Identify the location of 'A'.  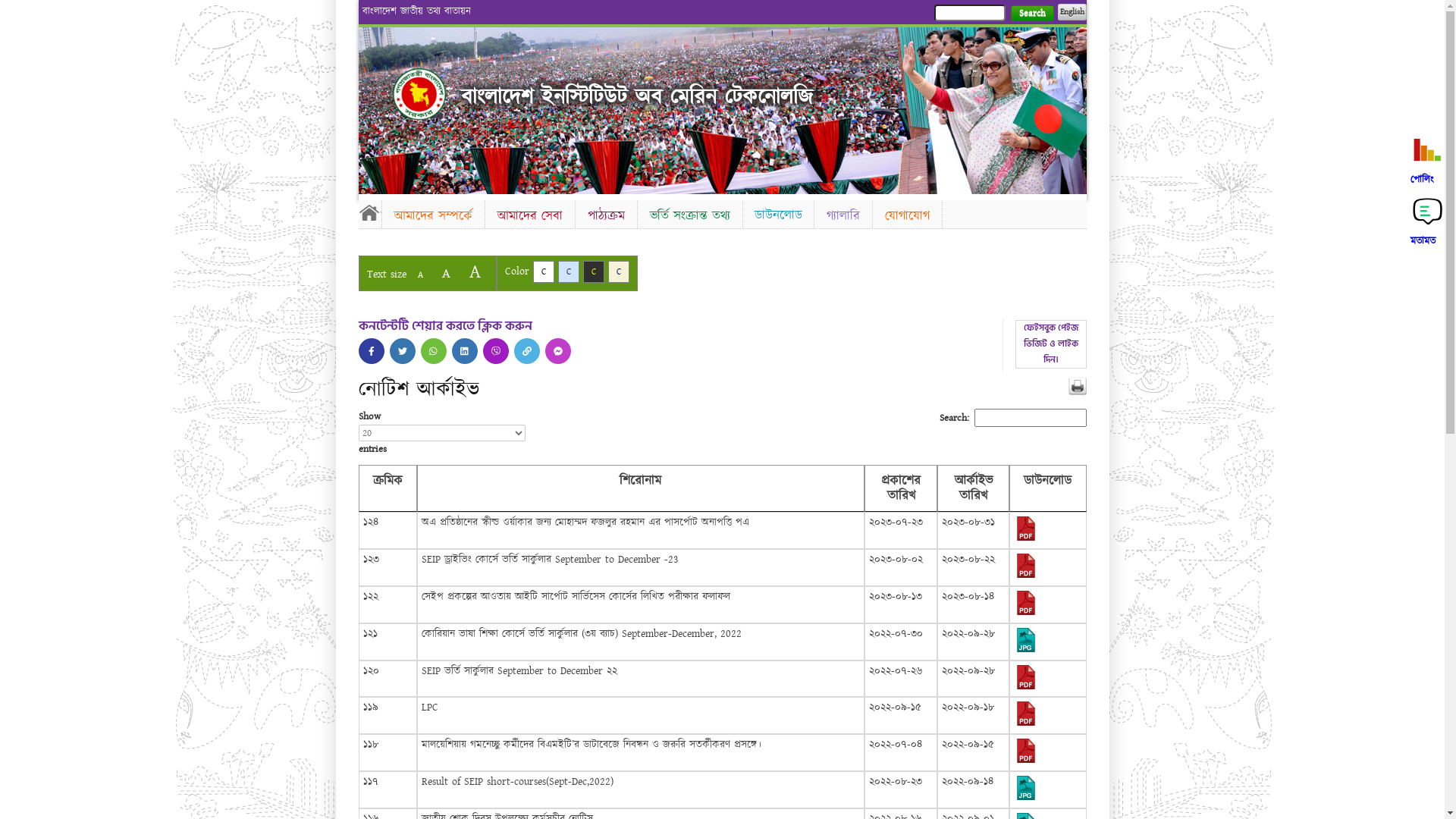
(419, 275).